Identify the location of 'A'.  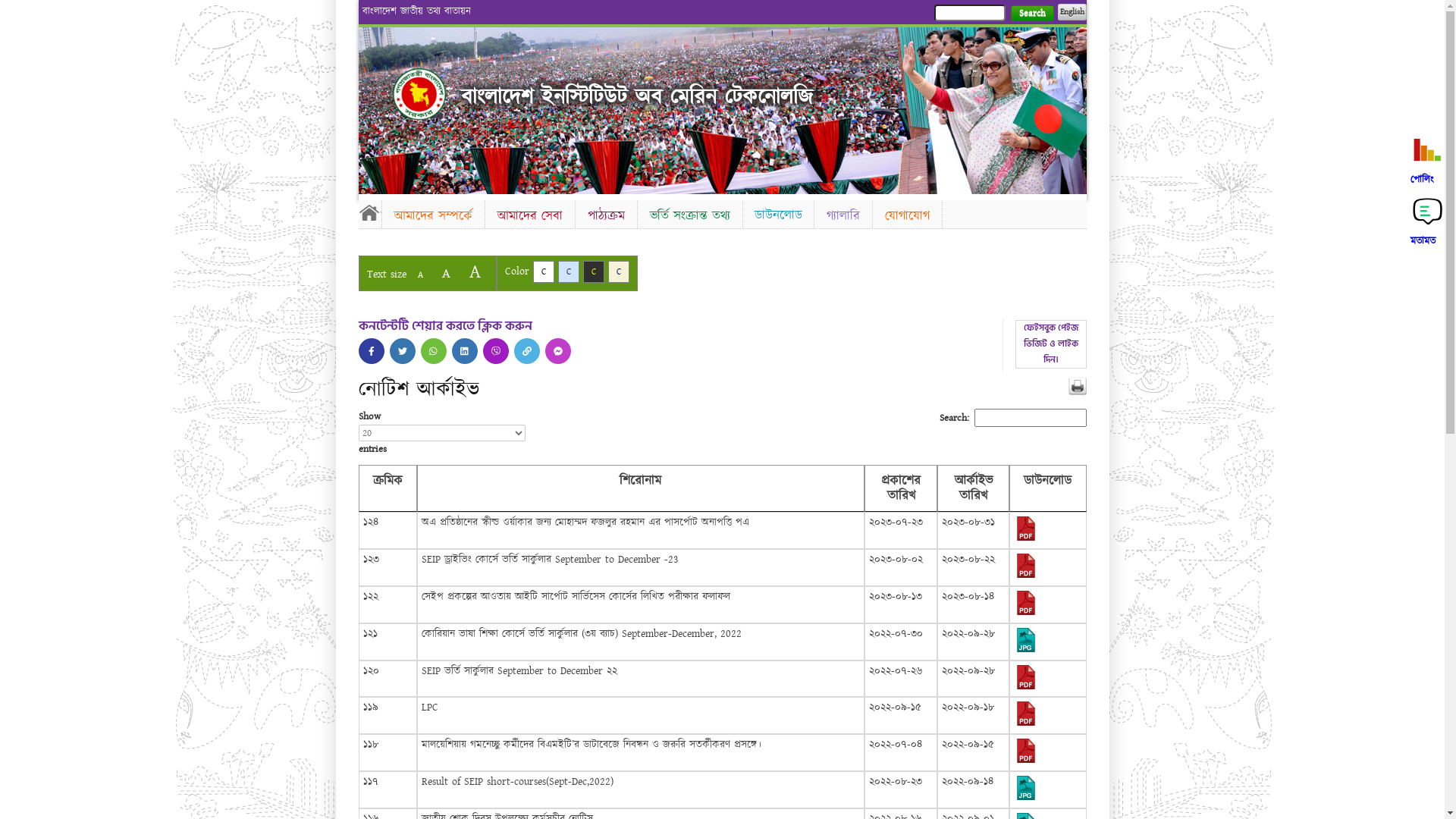
(419, 275).